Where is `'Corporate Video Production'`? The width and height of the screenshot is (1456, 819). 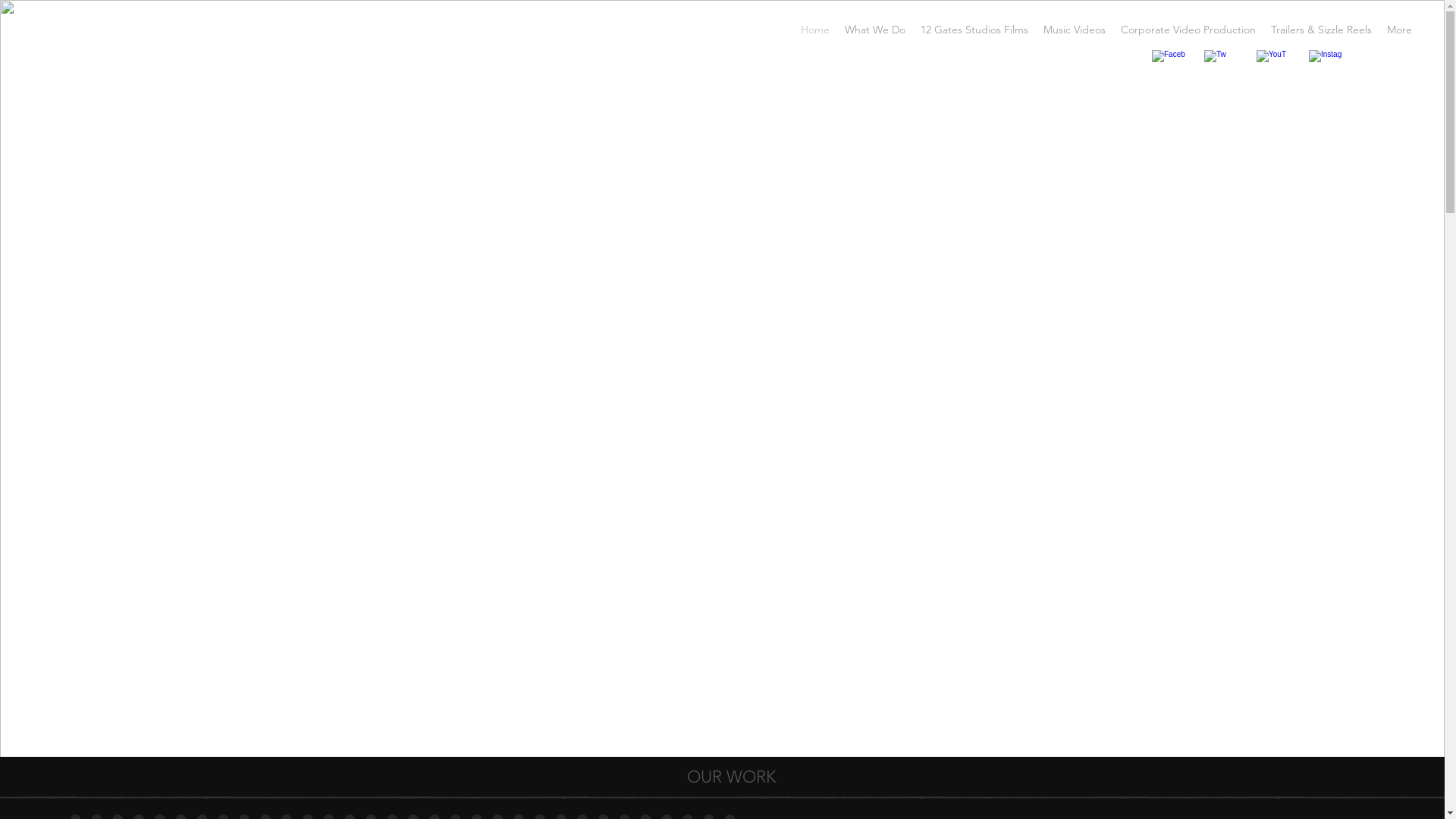
'Corporate Video Production' is located at coordinates (1187, 29).